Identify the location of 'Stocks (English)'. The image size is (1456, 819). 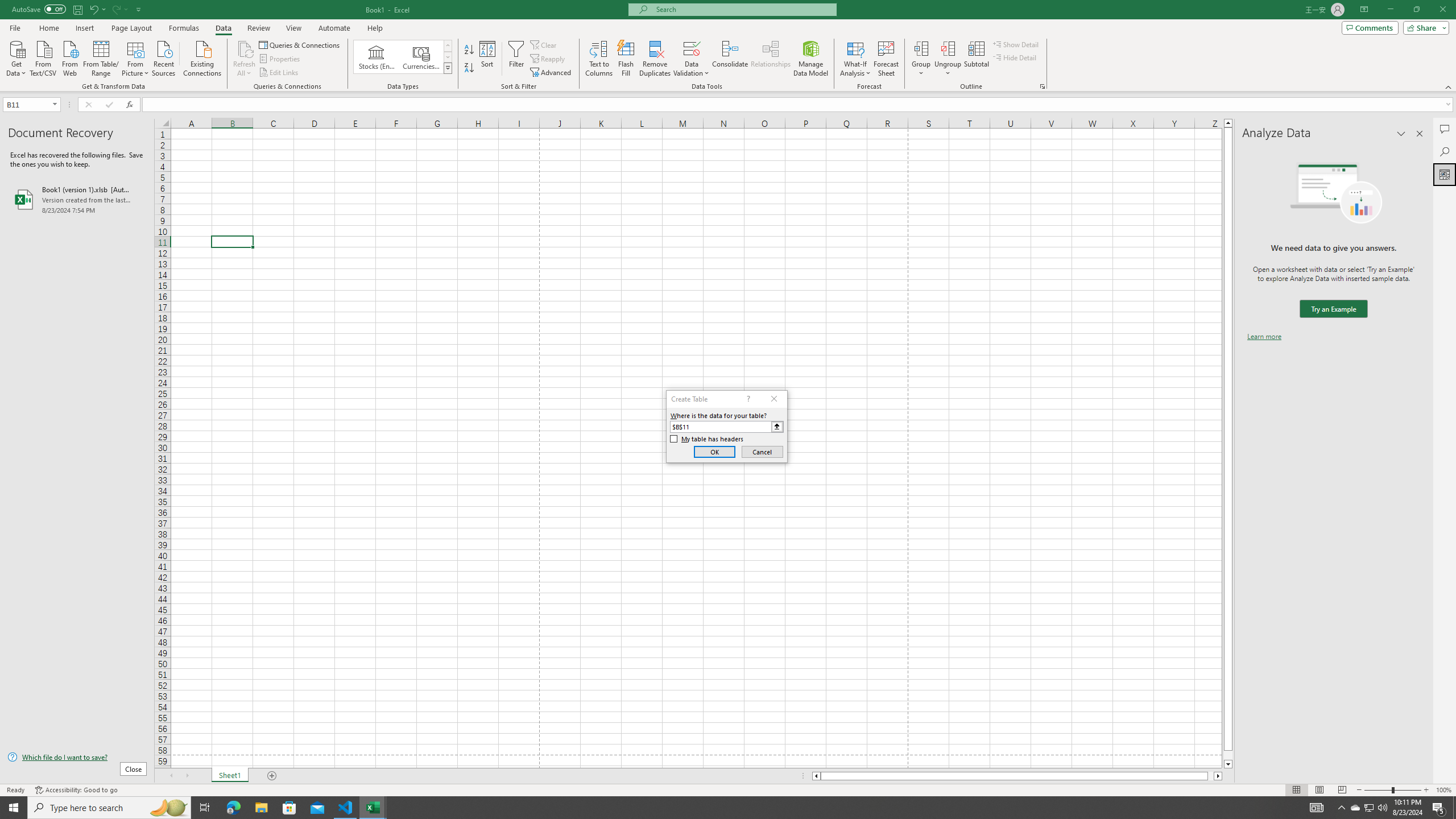
(375, 56).